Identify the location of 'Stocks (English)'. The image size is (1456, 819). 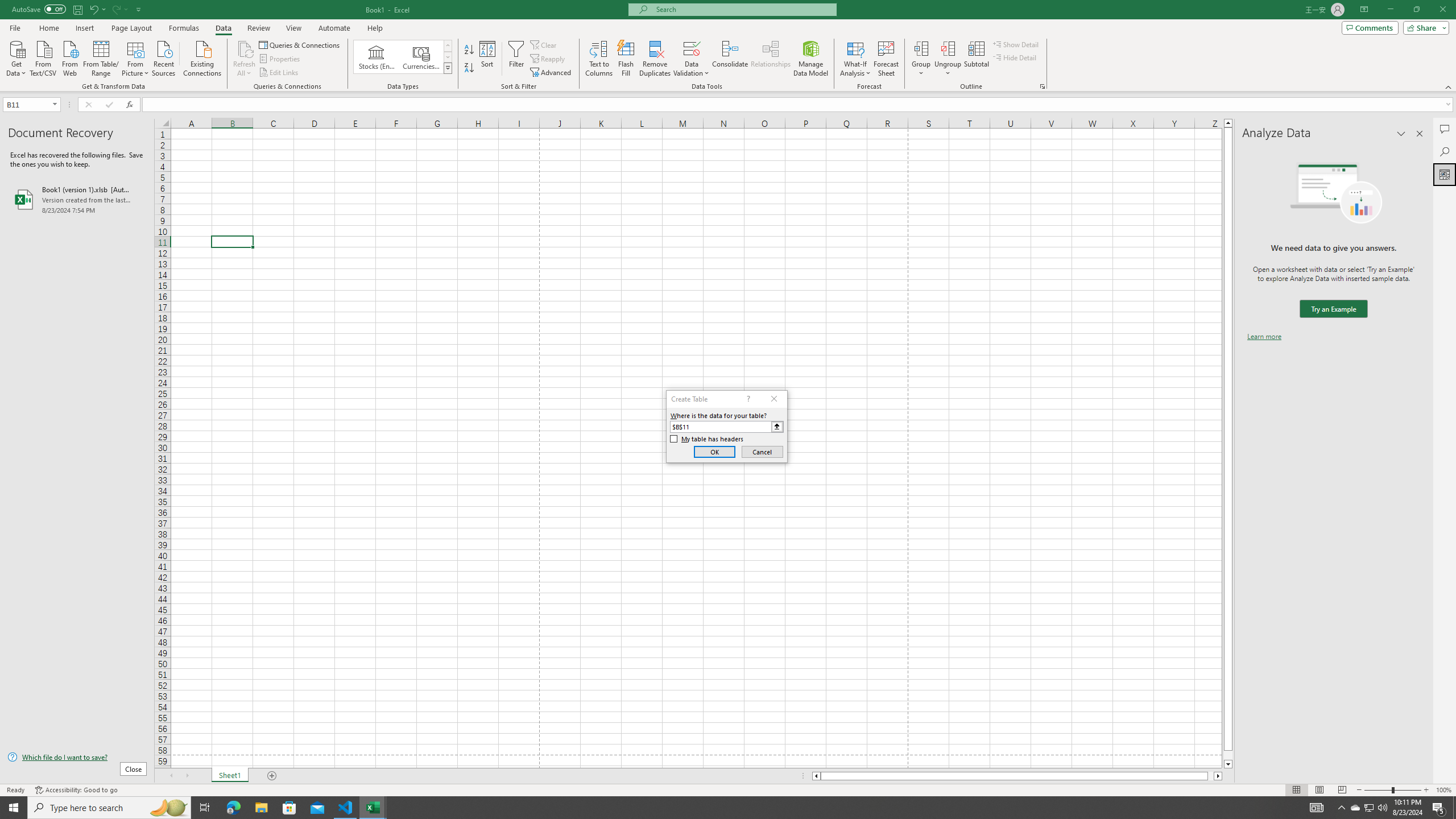
(375, 56).